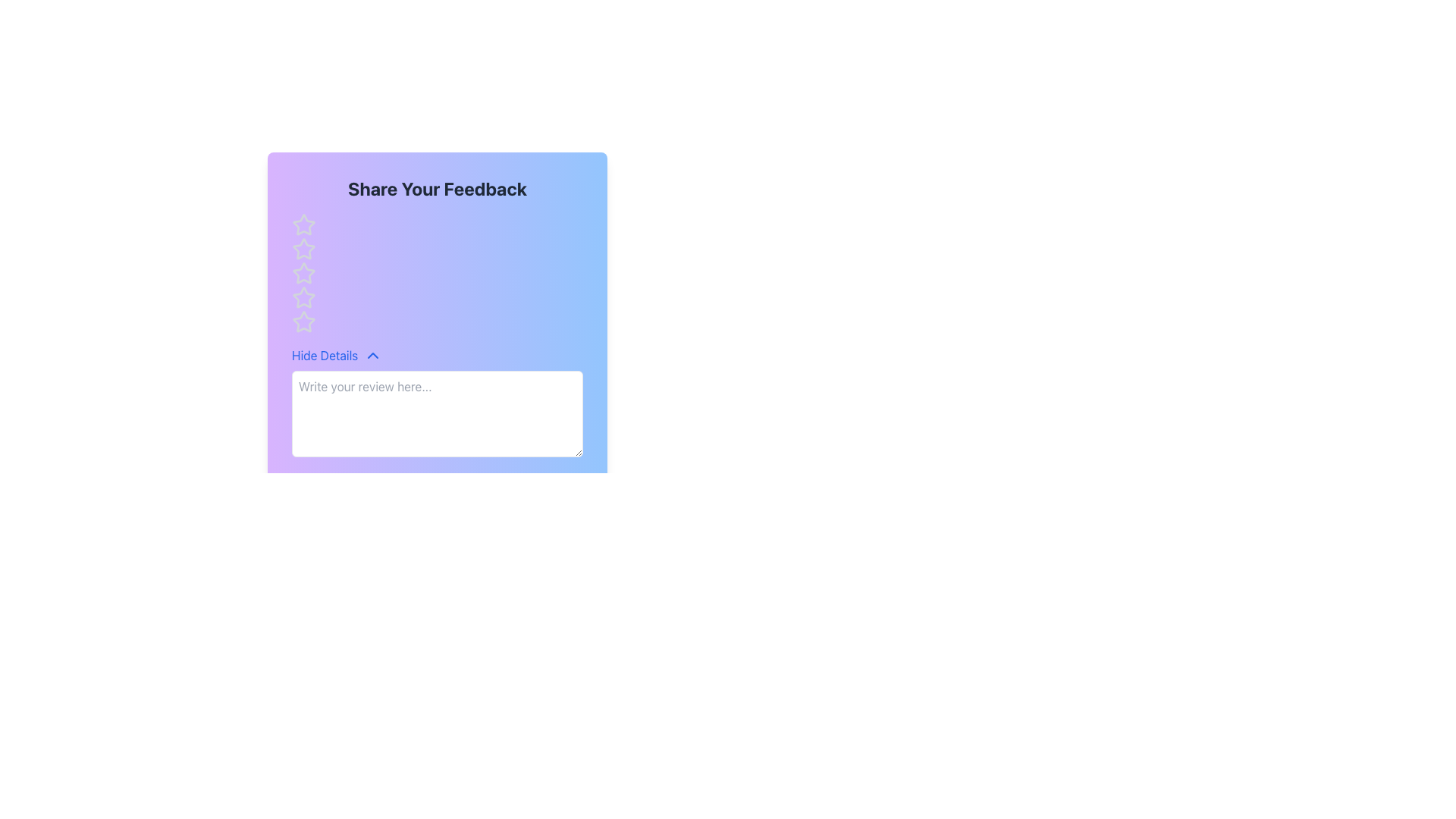 The height and width of the screenshot is (819, 1456). I want to click on the toggle icon located to the right of the 'Hide Details' text in the 'Share Your Feedback' section, so click(373, 356).